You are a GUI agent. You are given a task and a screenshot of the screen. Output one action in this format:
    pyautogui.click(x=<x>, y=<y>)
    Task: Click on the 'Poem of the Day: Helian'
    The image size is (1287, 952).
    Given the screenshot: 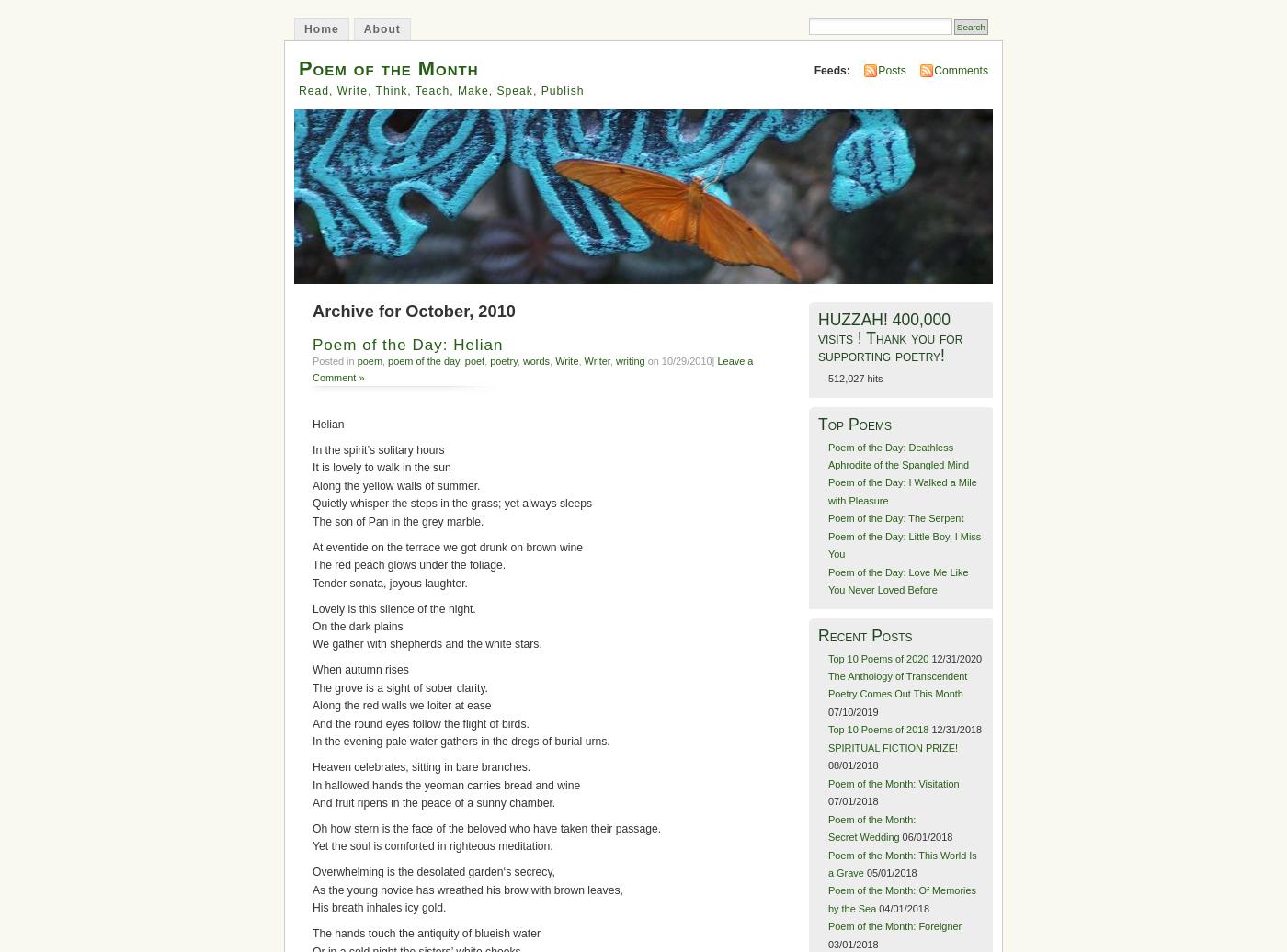 What is the action you would take?
    pyautogui.click(x=313, y=344)
    